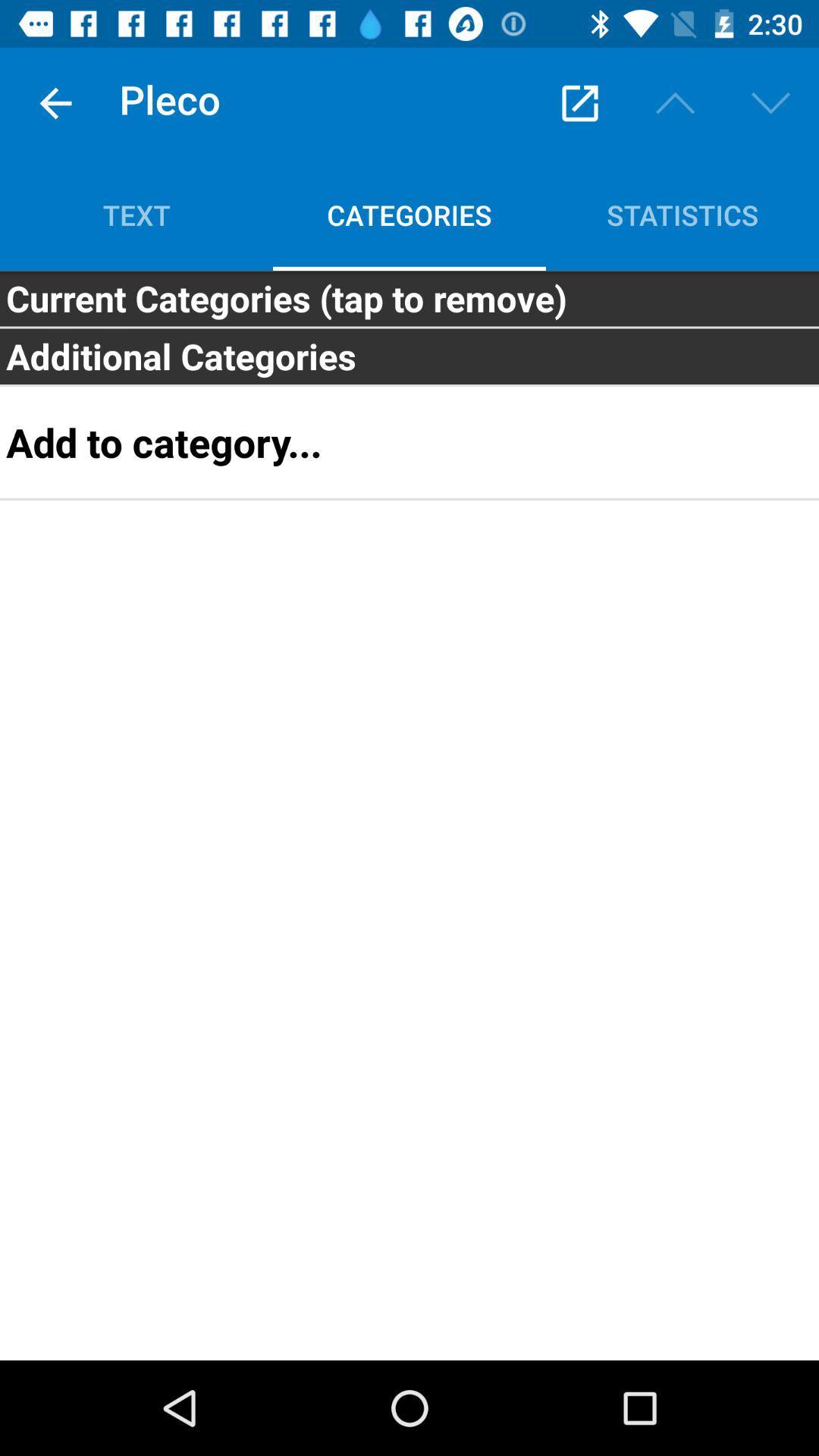  Describe the element at coordinates (136, 214) in the screenshot. I see `icon to the left of the categories icon` at that location.